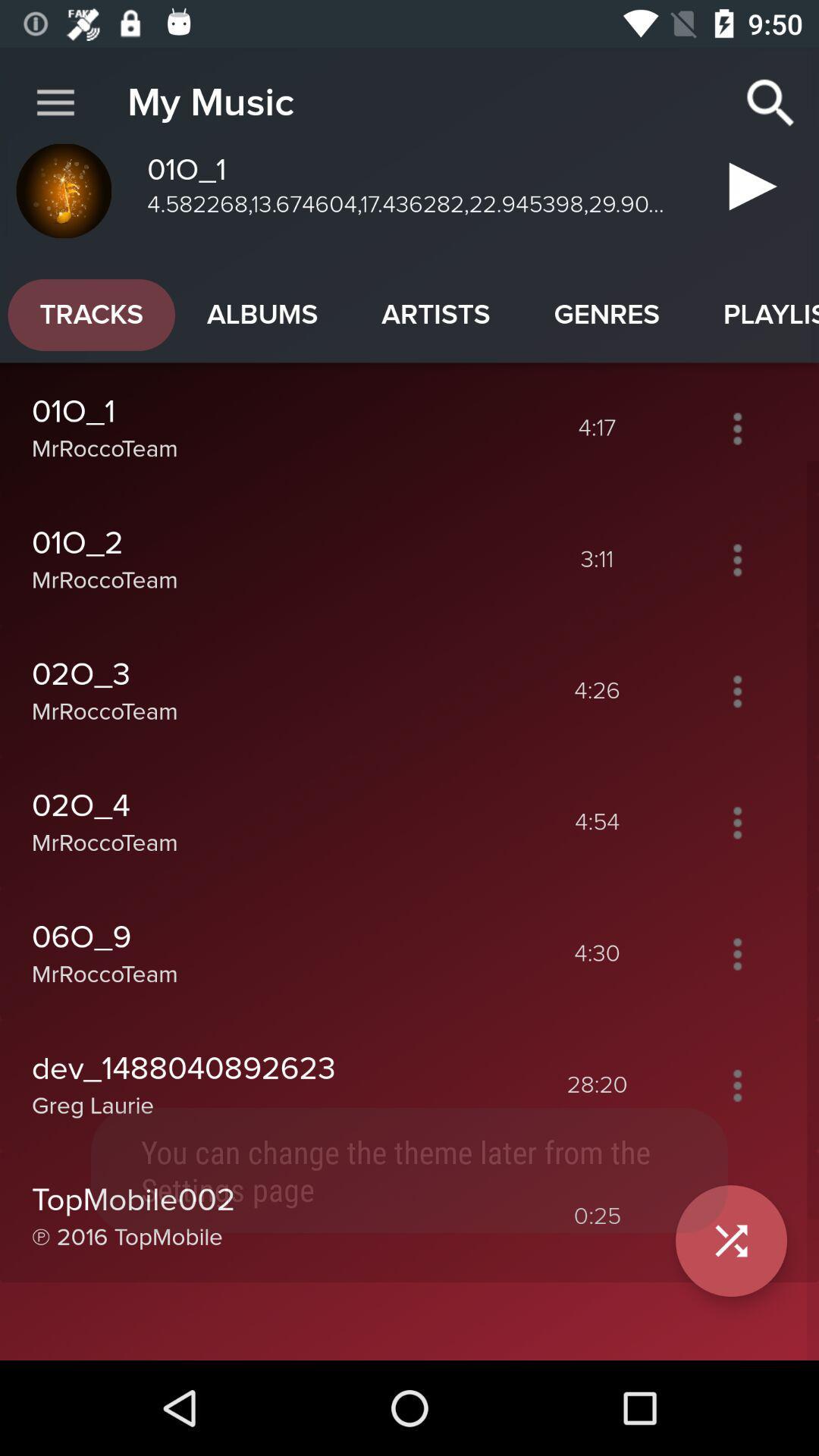 The height and width of the screenshot is (1456, 819). I want to click on open options, so click(736, 821).